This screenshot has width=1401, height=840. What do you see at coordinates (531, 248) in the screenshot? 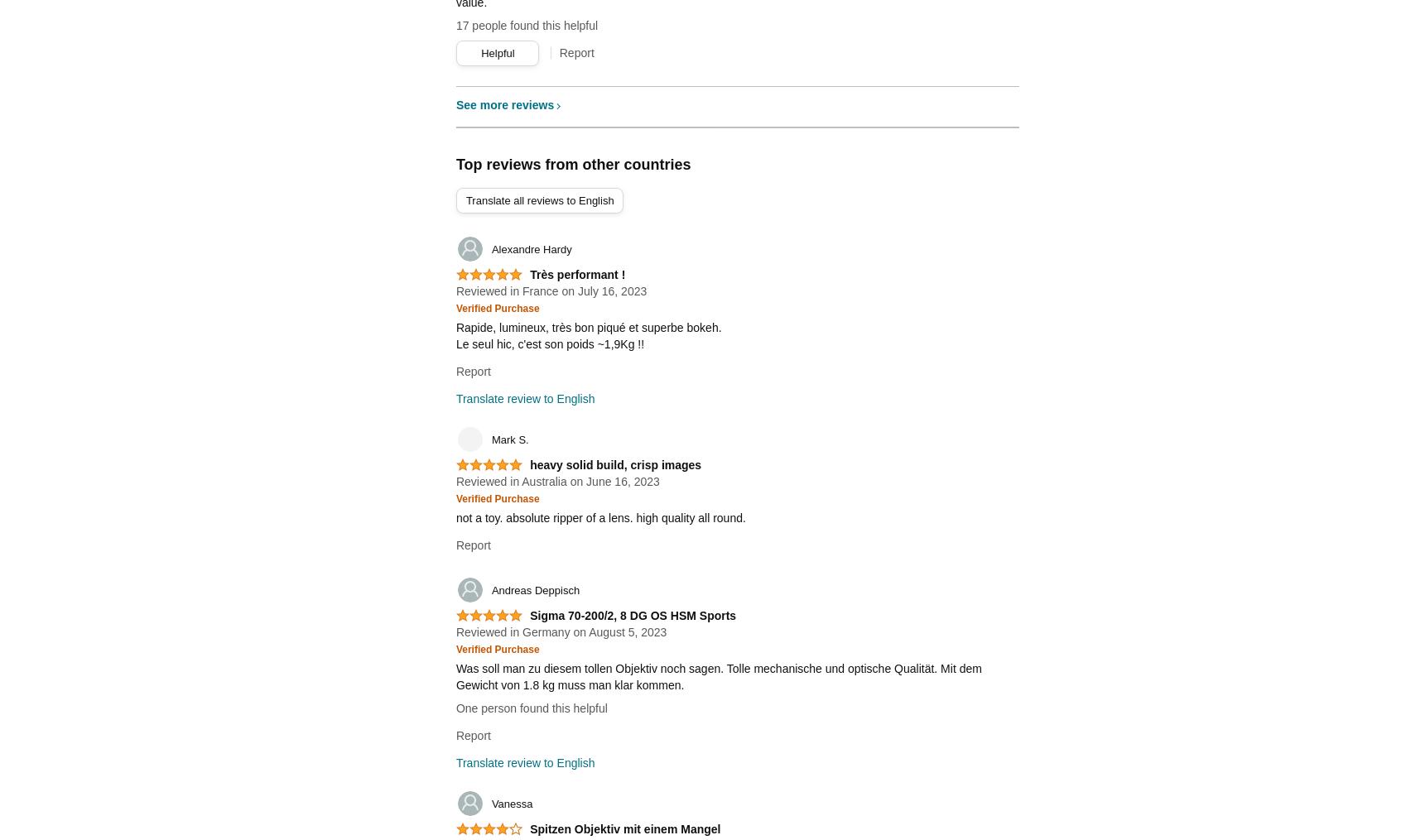
I see `'Alexandre Hardy'` at bounding box center [531, 248].